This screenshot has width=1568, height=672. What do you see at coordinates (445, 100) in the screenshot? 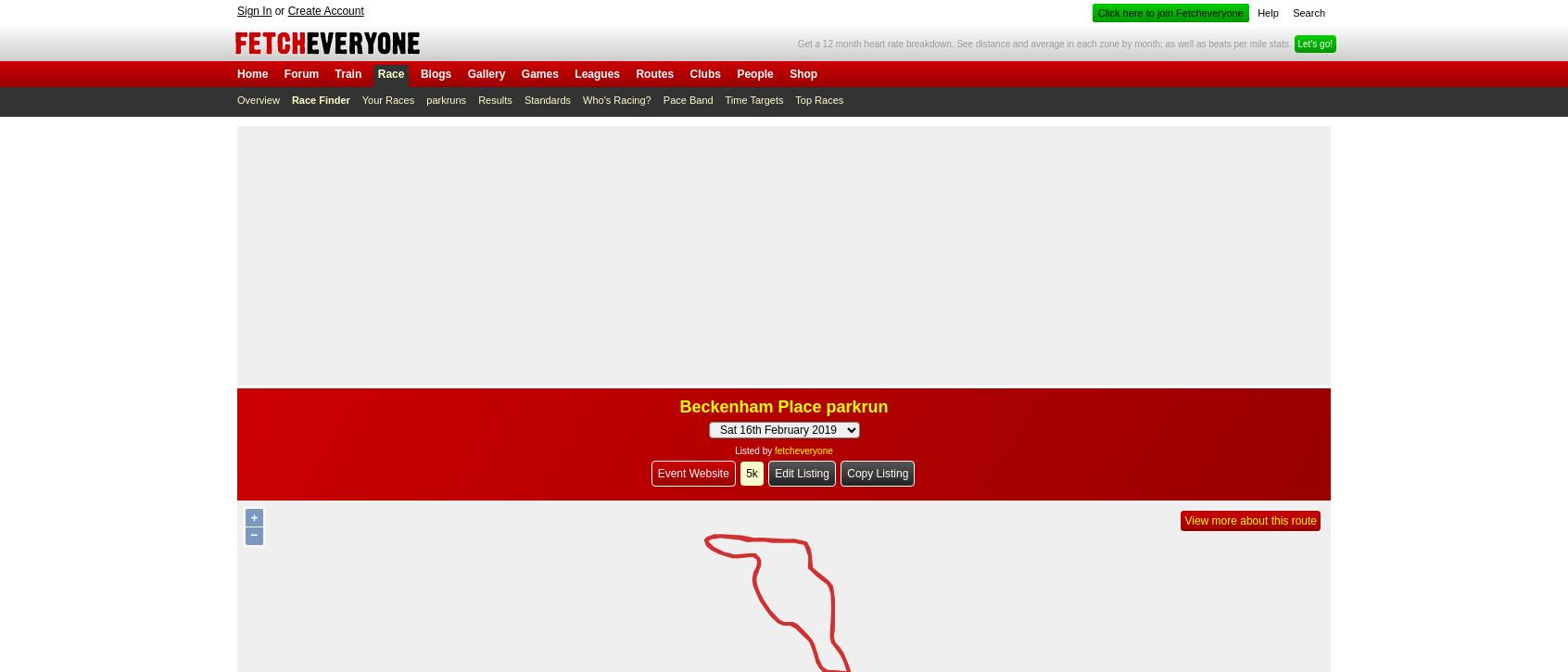
I see `'parkruns'` at bounding box center [445, 100].